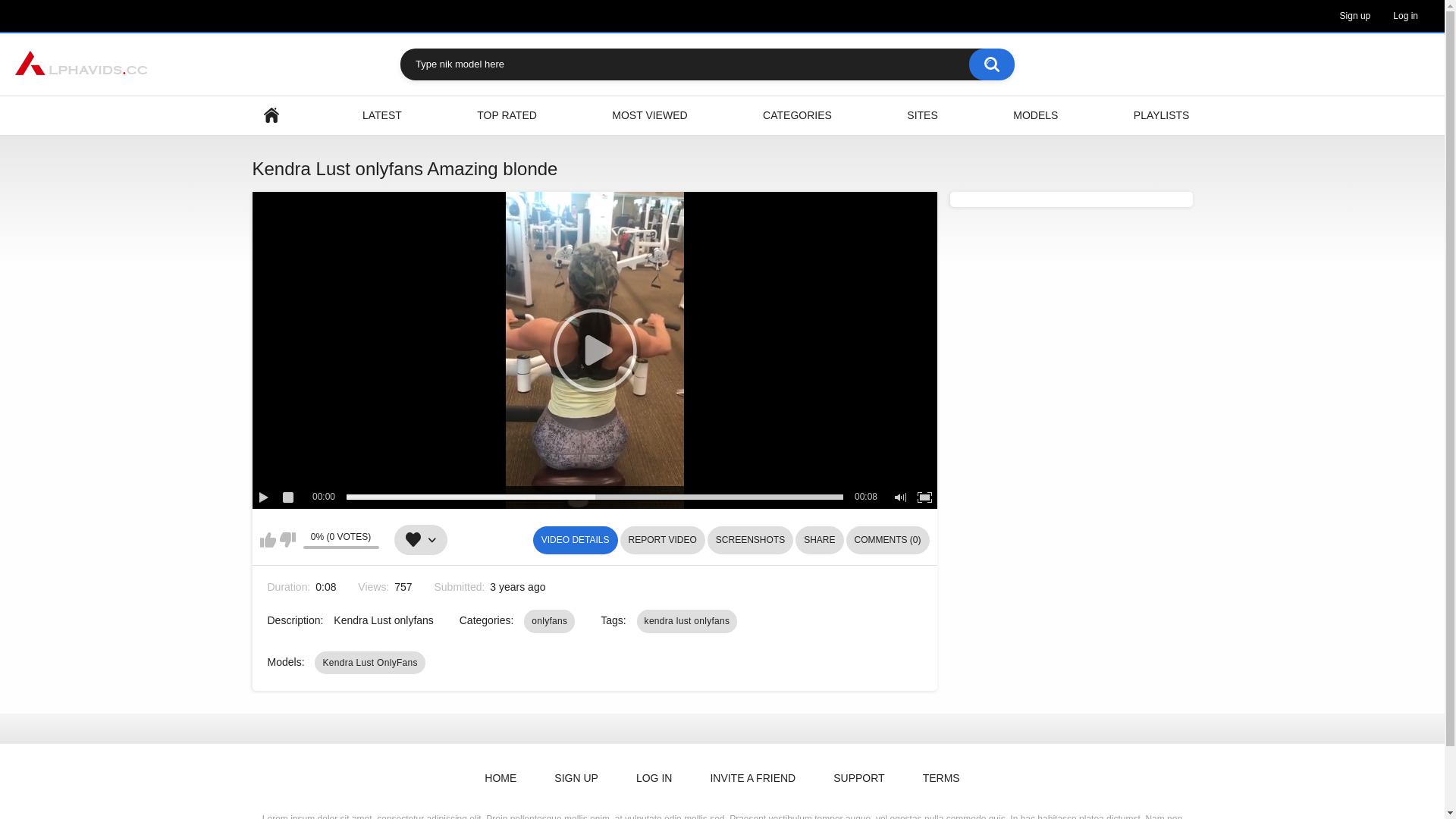 Image resolution: width=1456 pixels, height=819 pixels. Describe the element at coordinates (267, 539) in the screenshot. I see `'I like this video'` at that location.